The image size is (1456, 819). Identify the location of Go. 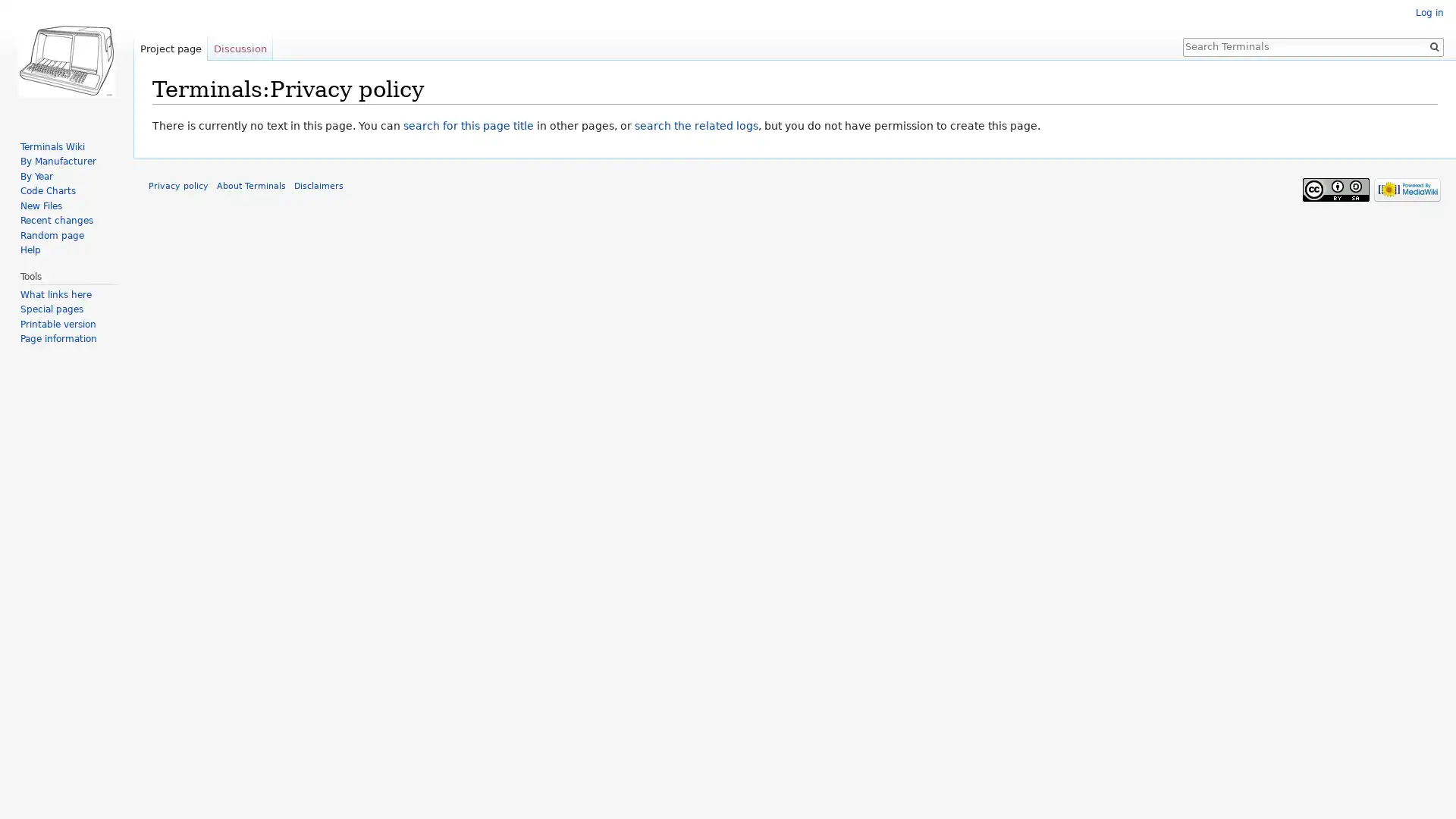
(1433, 45).